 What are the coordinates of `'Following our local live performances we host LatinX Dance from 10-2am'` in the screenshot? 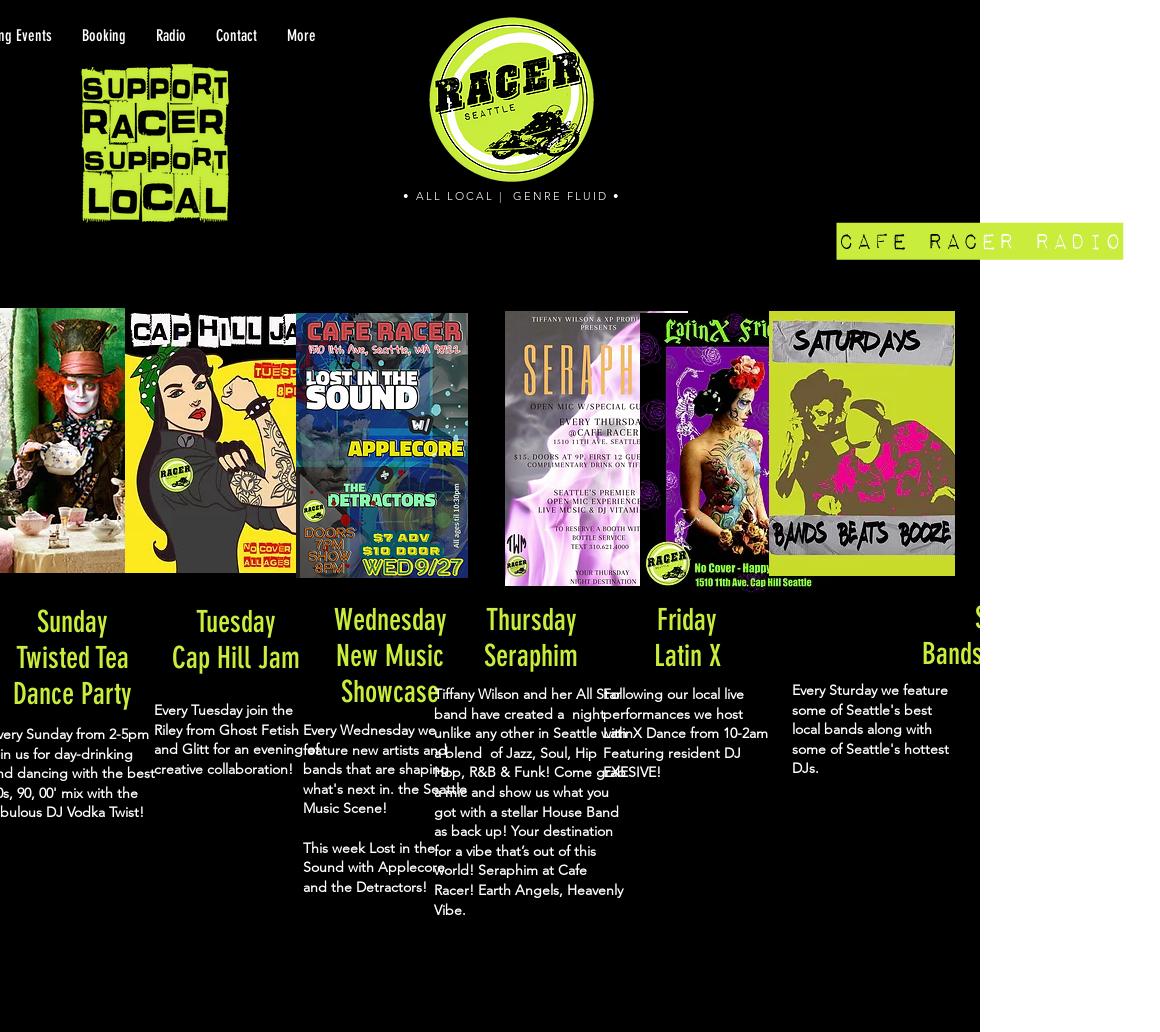 It's located at (684, 712).